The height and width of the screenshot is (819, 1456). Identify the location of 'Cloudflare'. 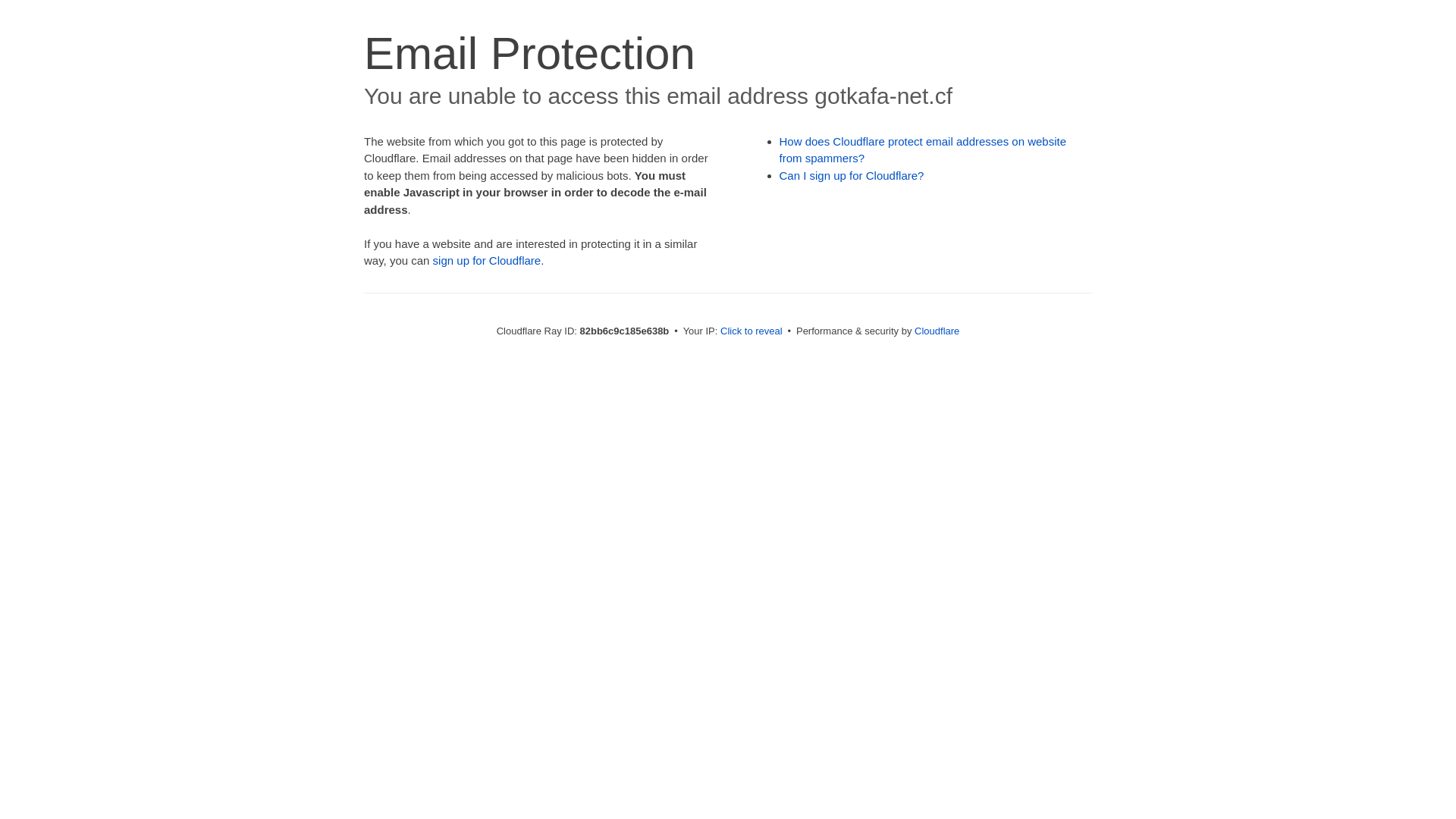
(913, 330).